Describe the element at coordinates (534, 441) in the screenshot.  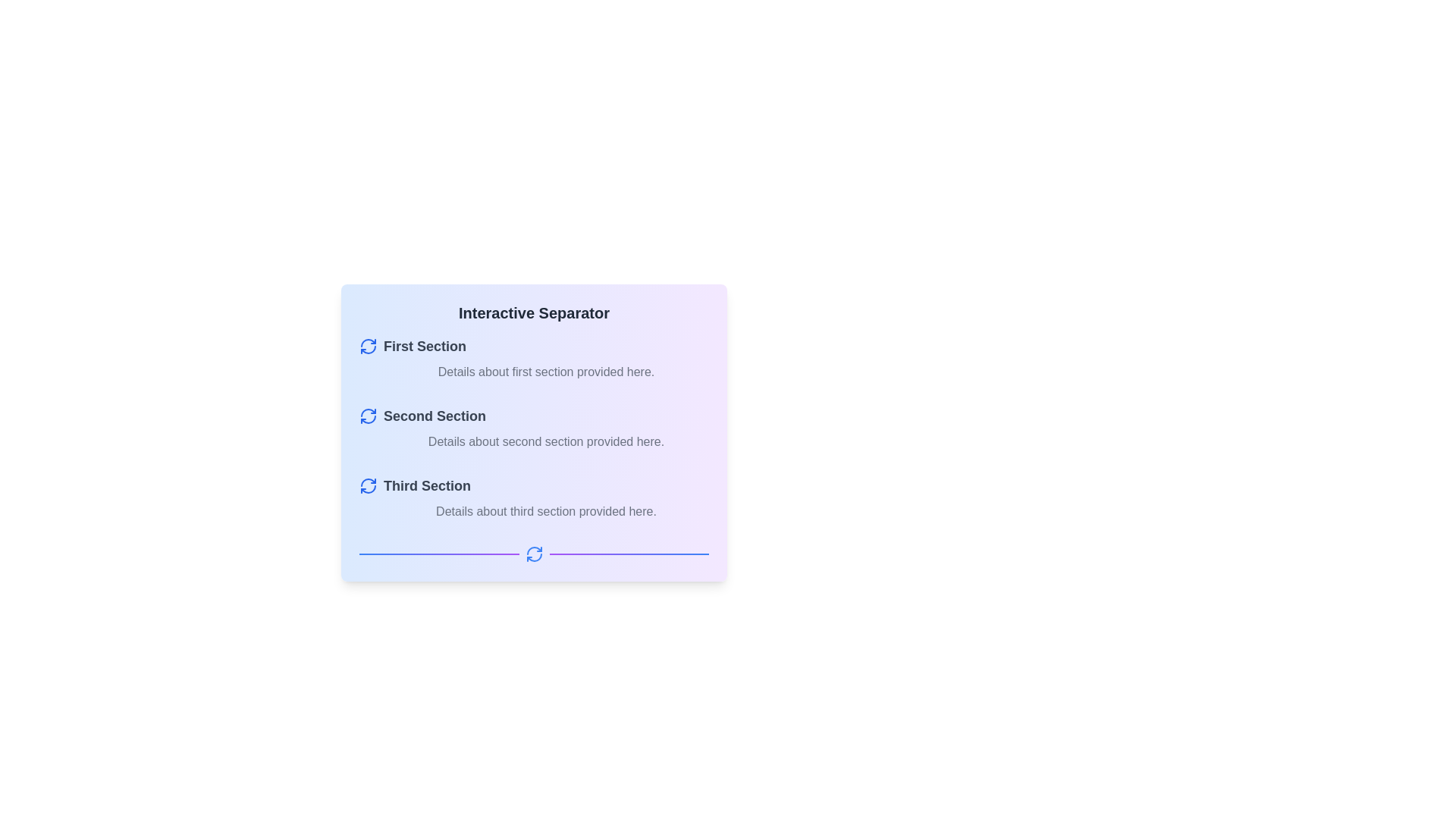
I see `the Text Label that provides descriptive information about the 'Second Section' of the interface, positioned below the 'Second Section' heading and to the right of an icon` at that location.